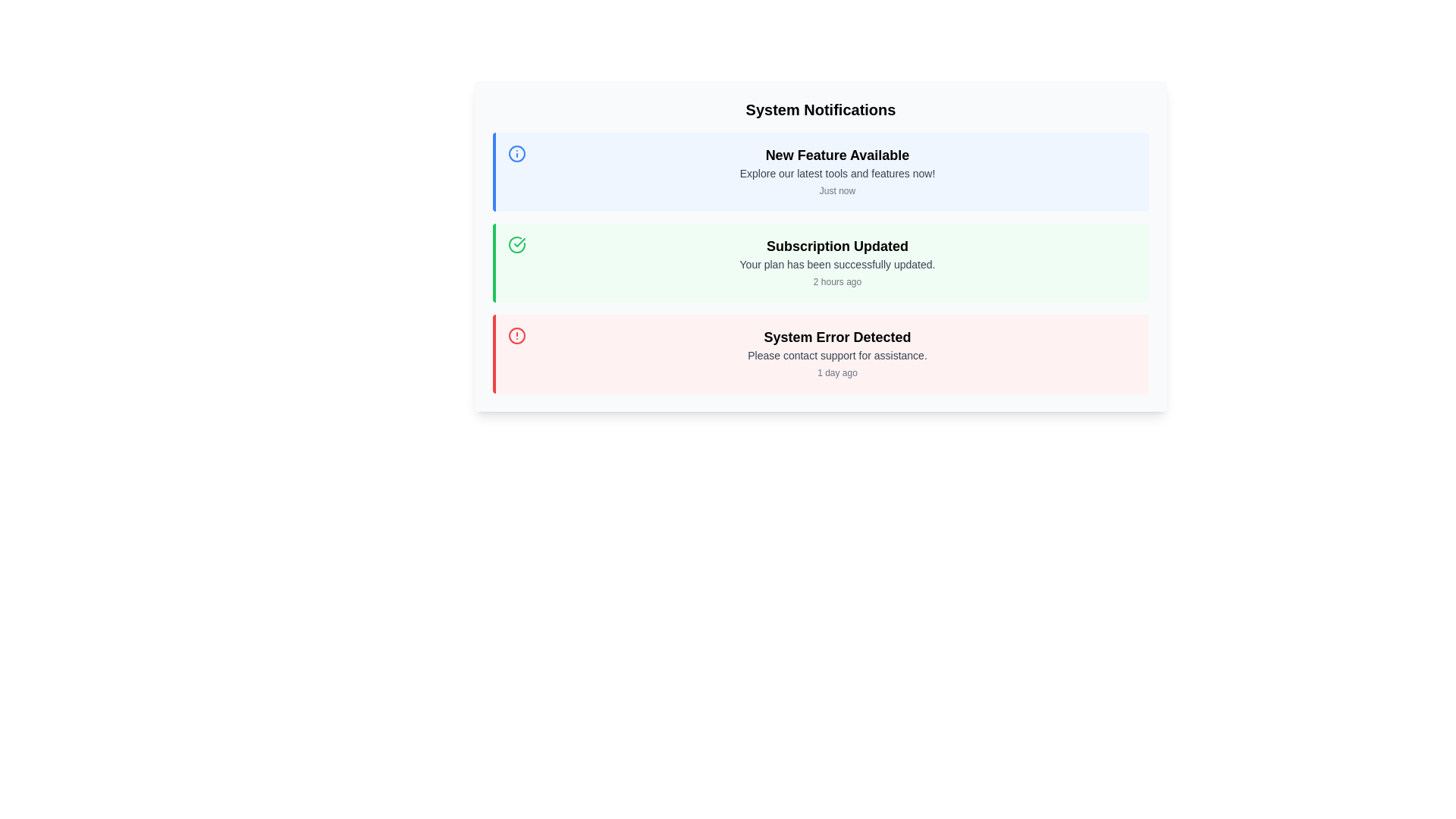 Image resolution: width=1456 pixels, height=819 pixels. I want to click on the outermost circular boundary of the 'info' icon indicating an alert or information related to the 'New Feature Available' notification, so click(516, 154).